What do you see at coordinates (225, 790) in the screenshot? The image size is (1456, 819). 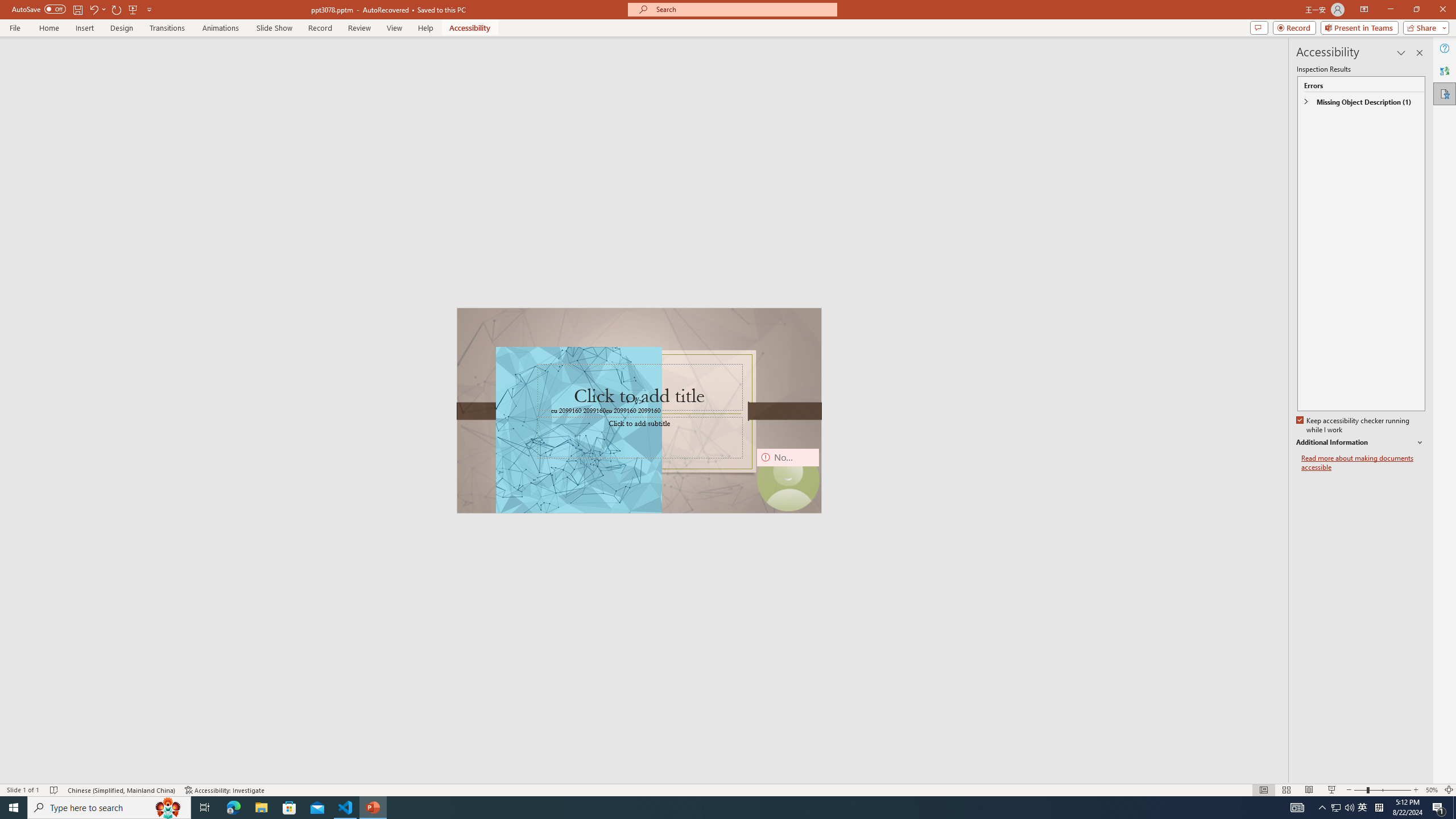 I see `'Accessibility Checker Accessibility: Investigate'` at bounding box center [225, 790].